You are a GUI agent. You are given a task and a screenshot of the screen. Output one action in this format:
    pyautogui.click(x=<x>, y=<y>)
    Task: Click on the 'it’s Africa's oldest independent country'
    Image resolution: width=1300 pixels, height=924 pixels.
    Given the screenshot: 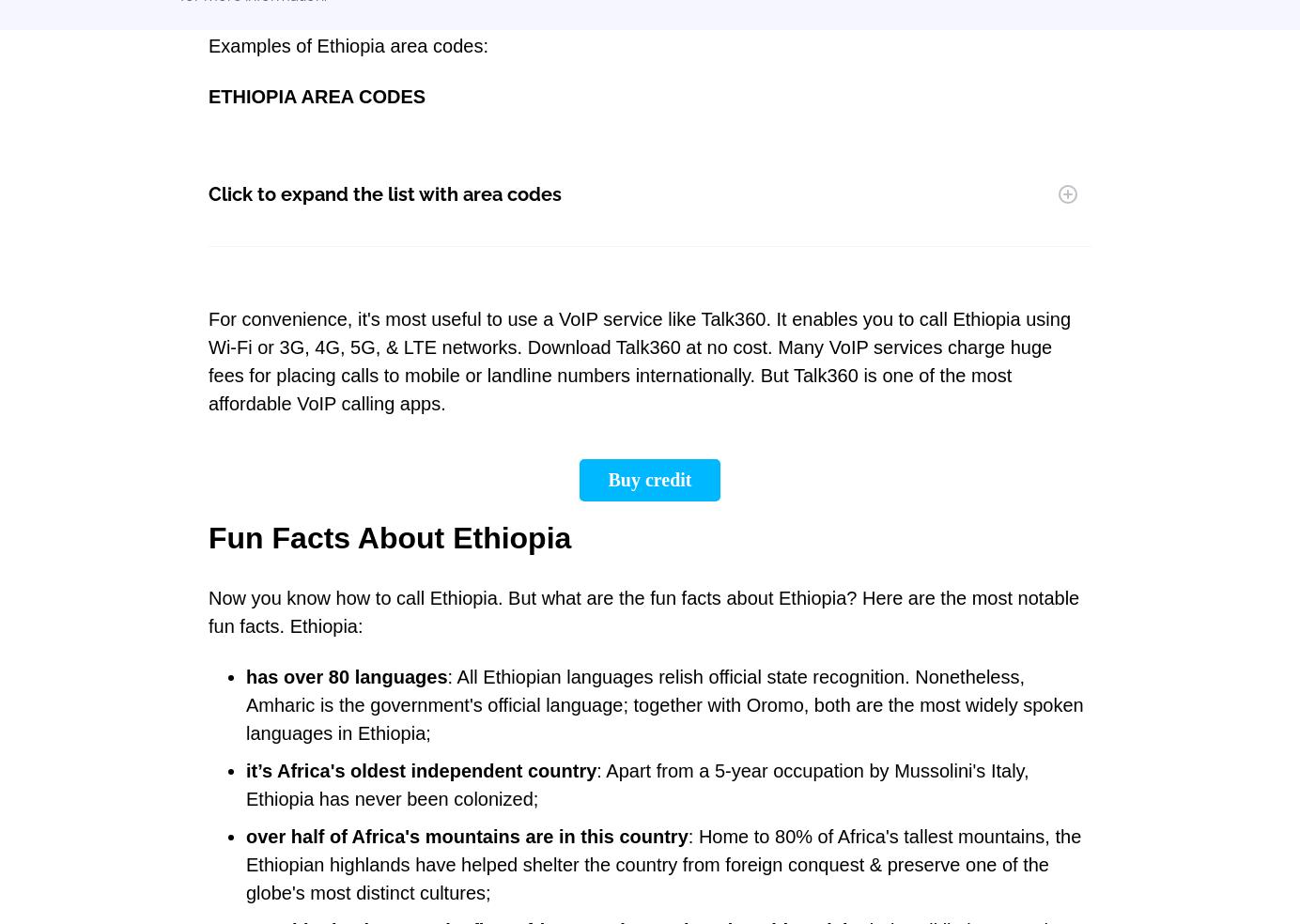 What is the action you would take?
    pyautogui.click(x=421, y=769)
    